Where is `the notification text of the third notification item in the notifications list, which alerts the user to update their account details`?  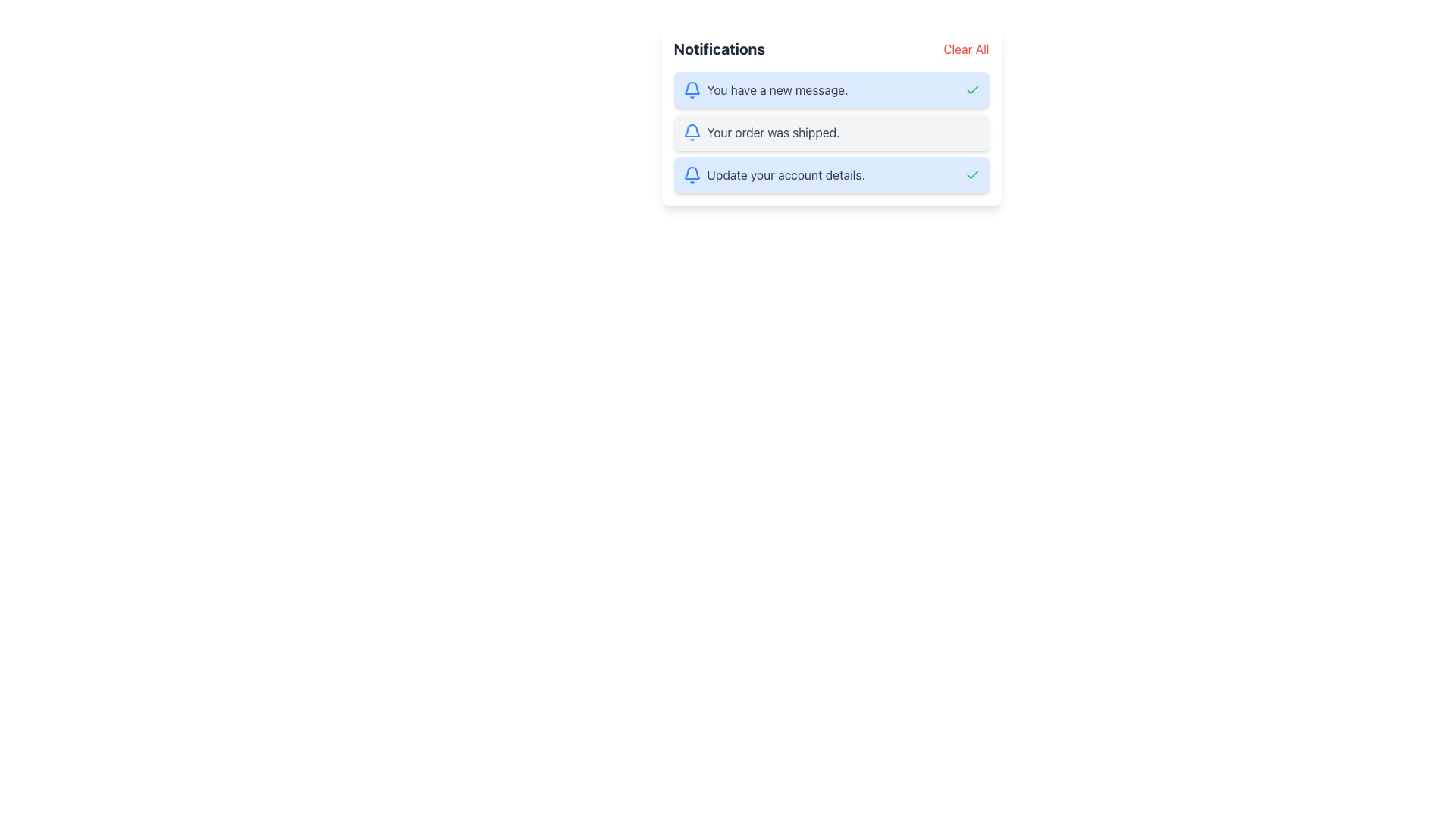 the notification text of the third notification item in the notifications list, which alerts the user to update their account details is located at coordinates (773, 174).